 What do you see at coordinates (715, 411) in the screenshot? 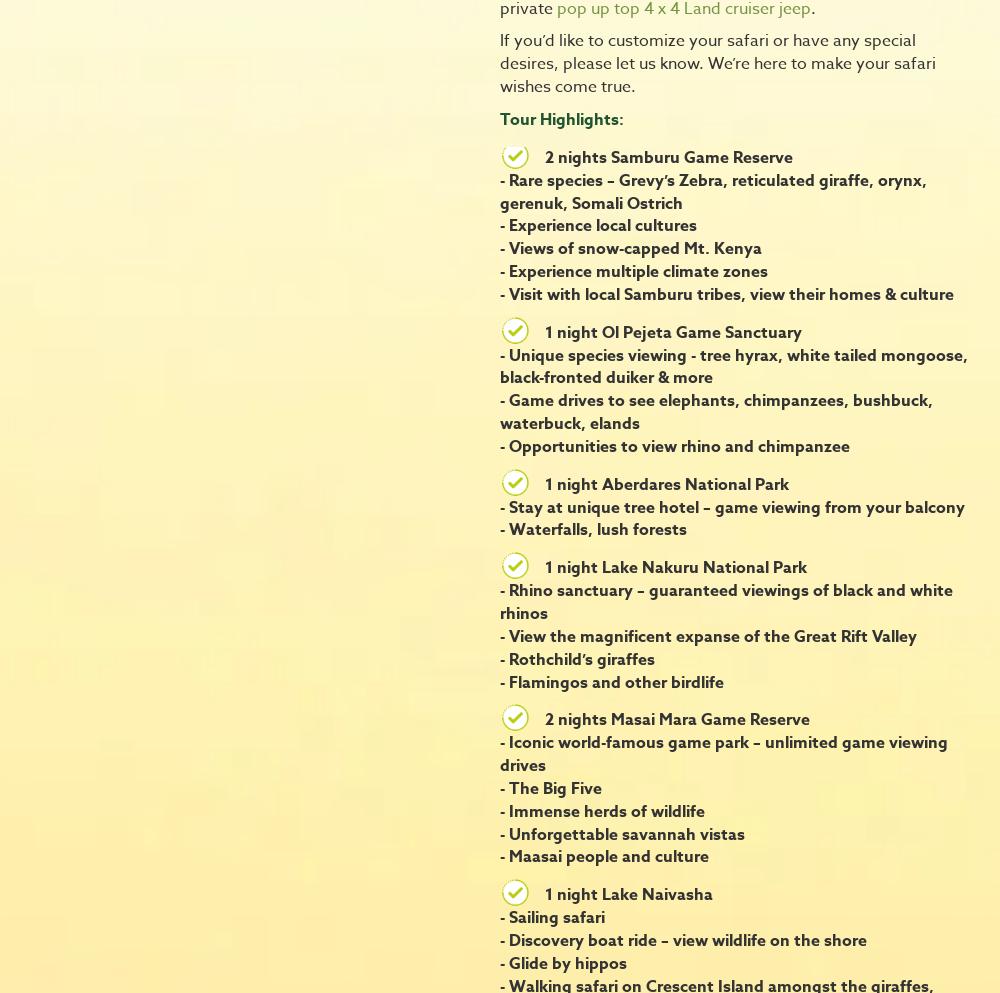
I see `'- Game drives to see elephants, chimpanzees, bushbuck, waterbuck, elands'` at bounding box center [715, 411].